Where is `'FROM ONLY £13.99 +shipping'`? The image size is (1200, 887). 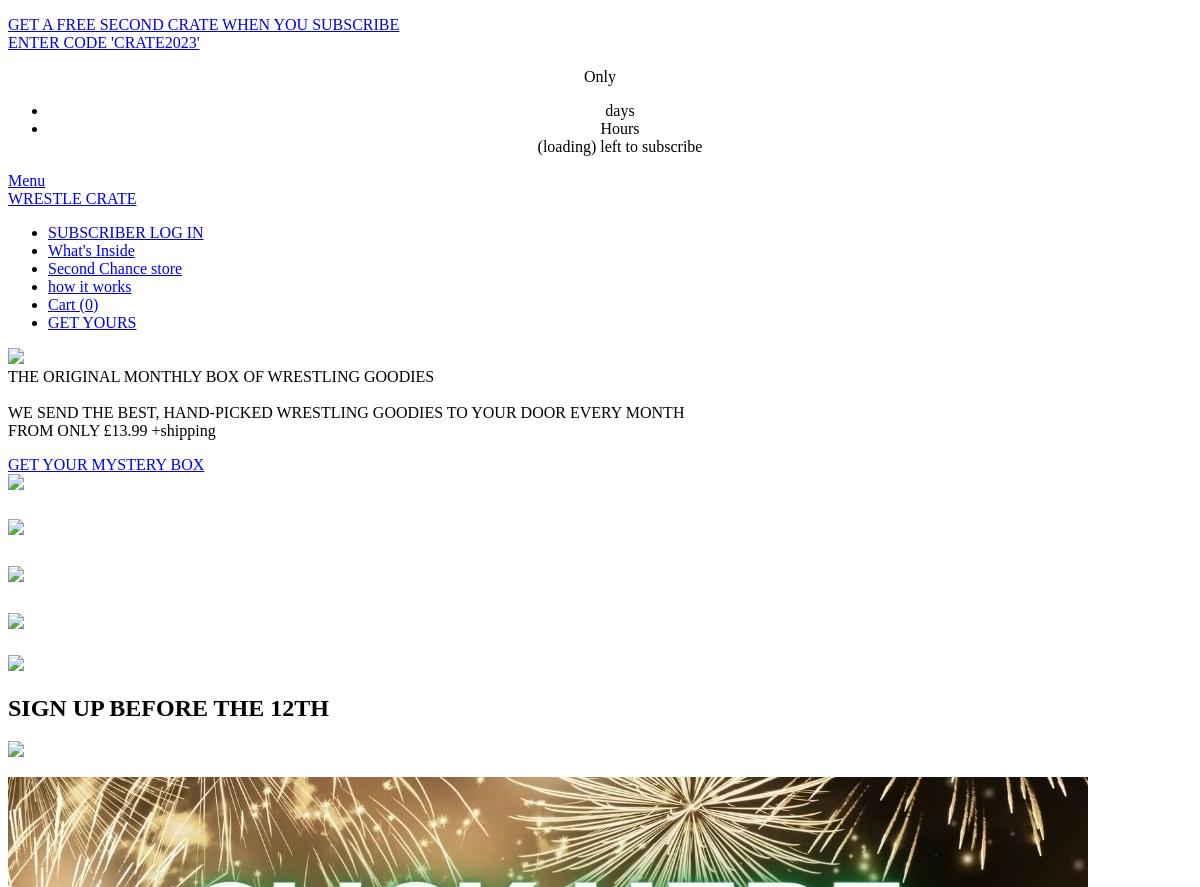
'FROM ONLY £13.99 +shipping' is located at coordinates (111, 430).